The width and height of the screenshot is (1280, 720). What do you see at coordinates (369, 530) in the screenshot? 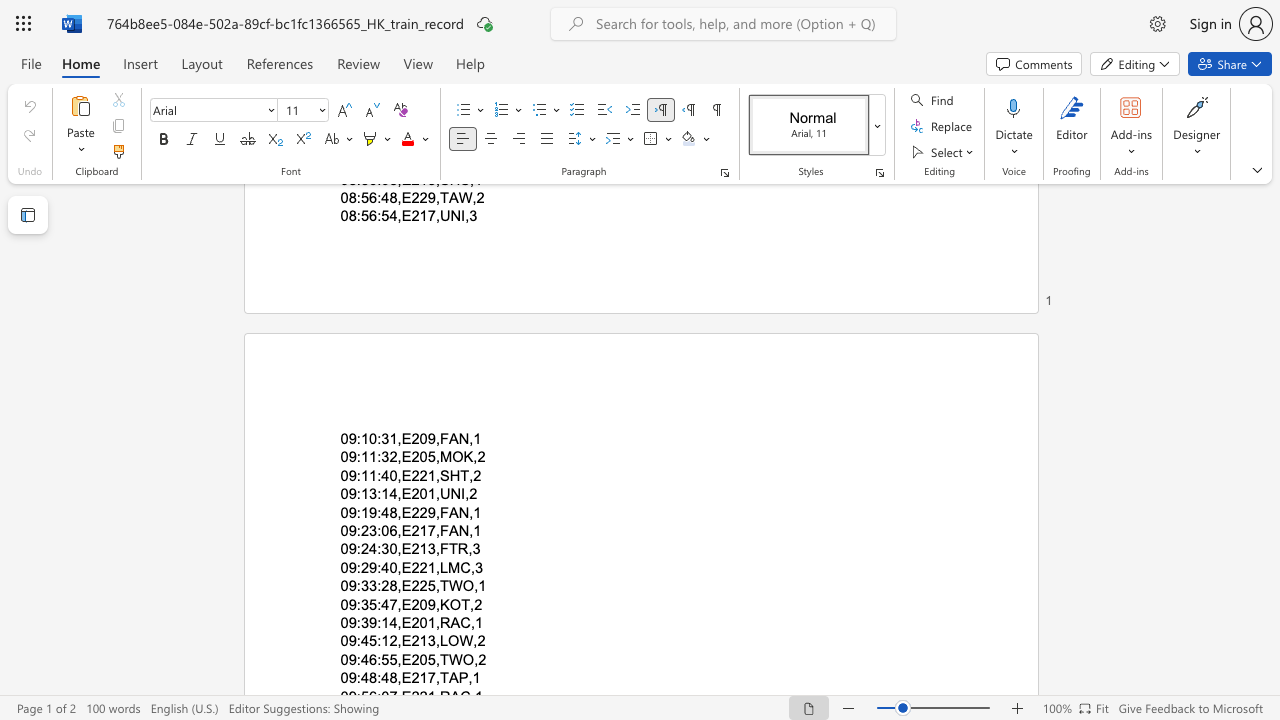
I see `the space between the continuous character "2" and "3" in the text` at bounding box center [369, 530].